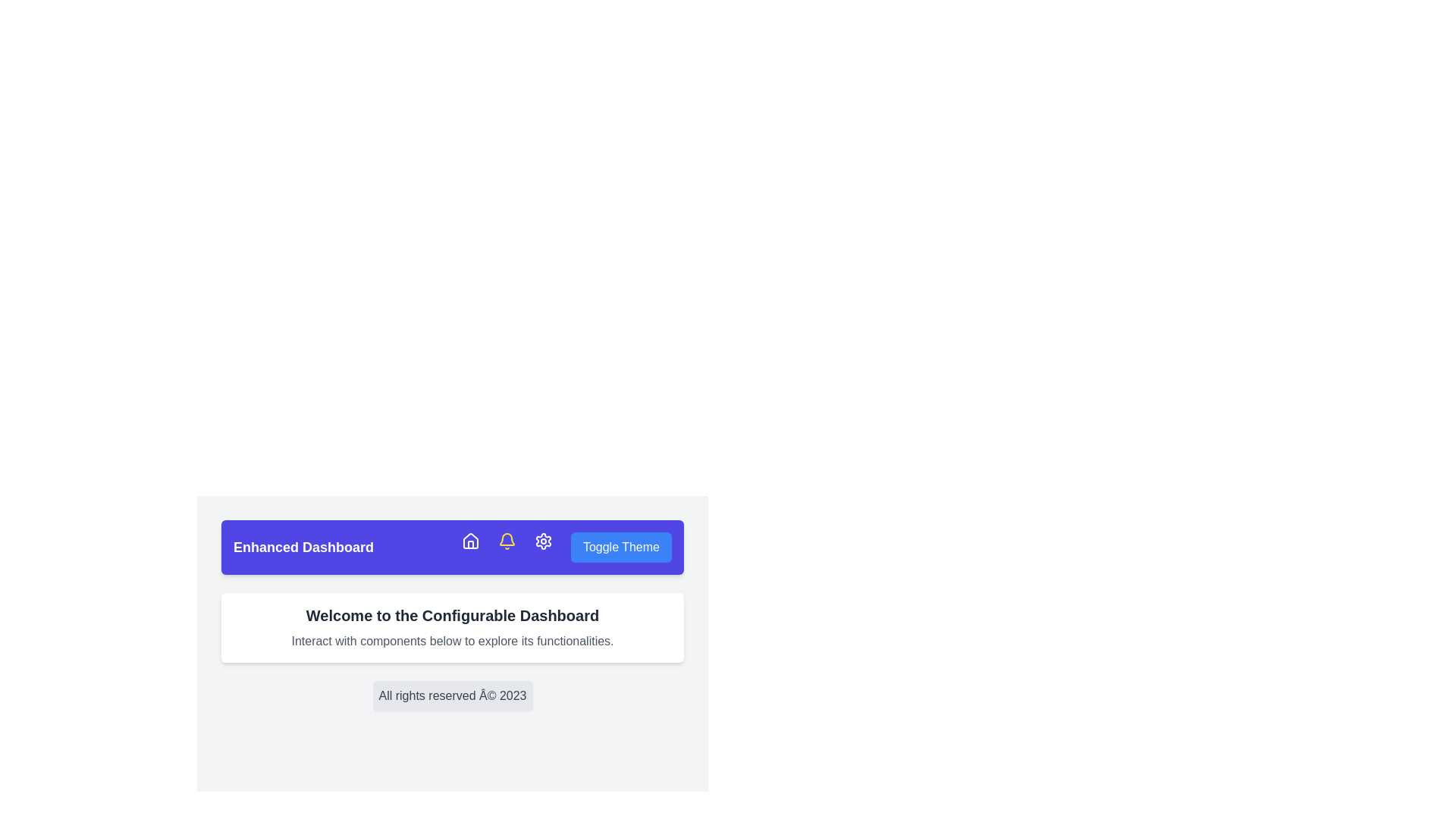 The height and width of the screenshot is (819, 1456). What do you see at coordinates (451, 547) in the screenshot?
I see `the Navigation bar section` at bounding box center [451, 547].